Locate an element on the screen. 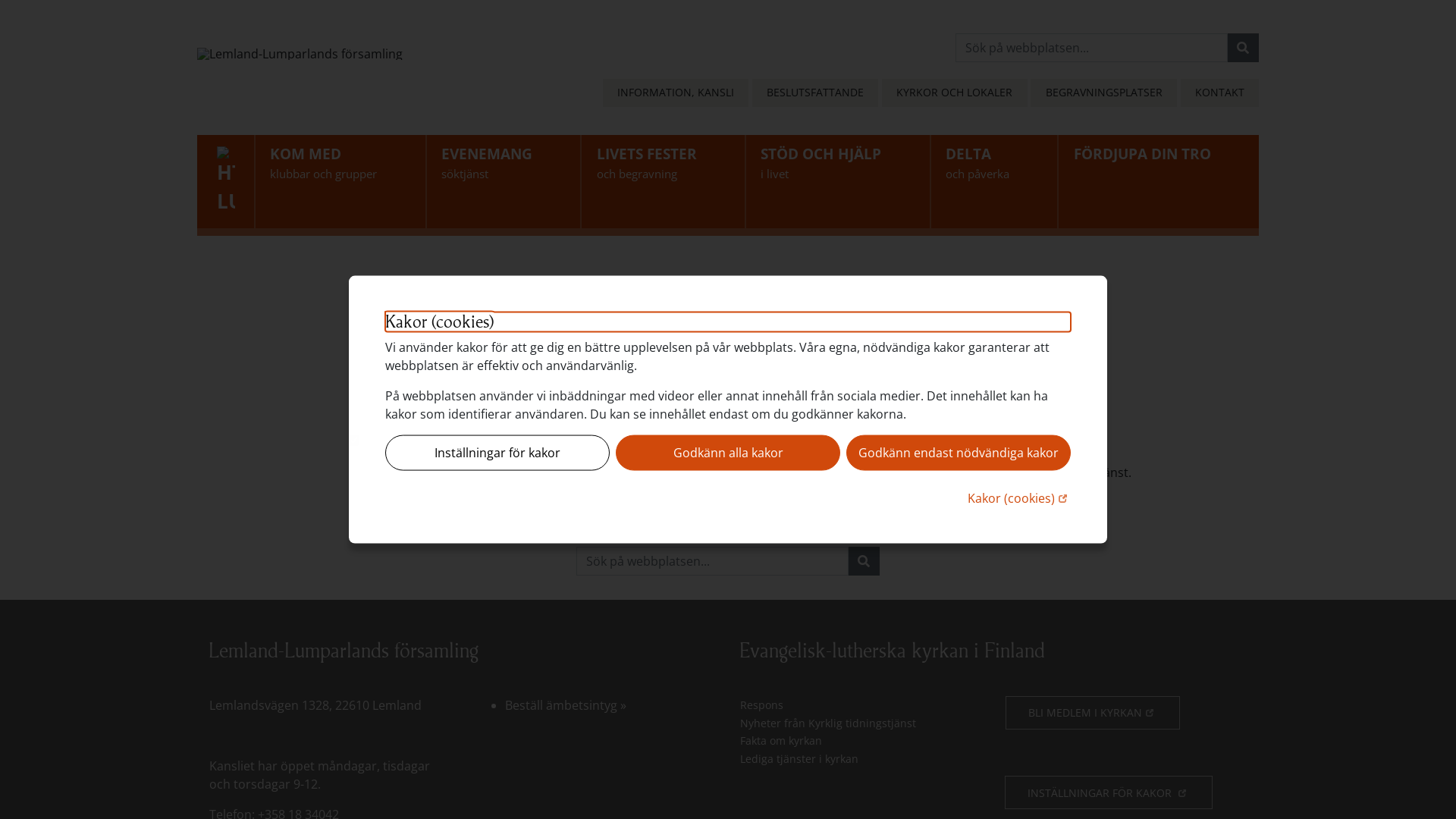 The image size is (1456, 819). 'LIVETS FESTER is located at coordinates (663, 180).